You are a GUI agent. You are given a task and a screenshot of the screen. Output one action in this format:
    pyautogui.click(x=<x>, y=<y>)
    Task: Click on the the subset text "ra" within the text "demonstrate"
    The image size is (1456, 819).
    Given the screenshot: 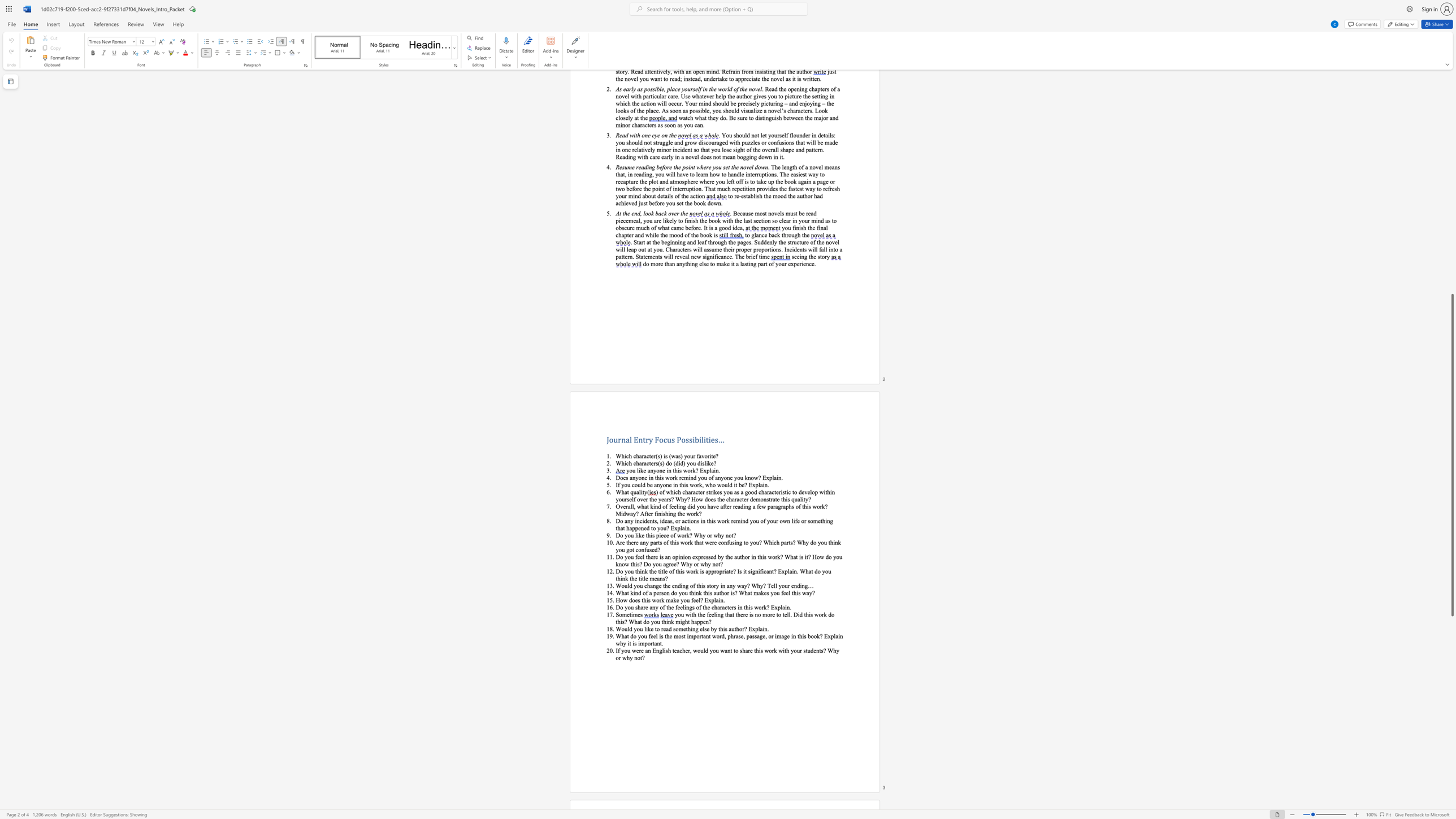 What is the action you would take?
    pyautogui.click(x=770, y=499)
    